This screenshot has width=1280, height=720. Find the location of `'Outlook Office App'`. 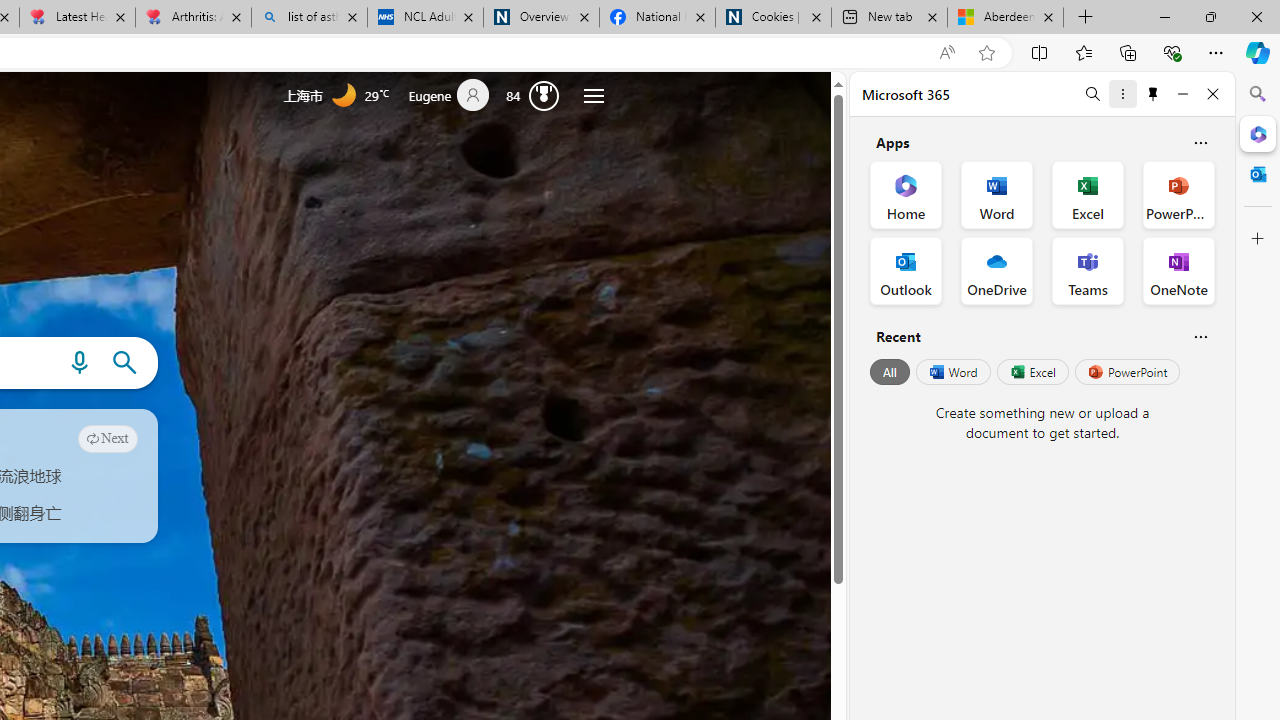

'Outlook Office App' is located at coordinates (905, 271).